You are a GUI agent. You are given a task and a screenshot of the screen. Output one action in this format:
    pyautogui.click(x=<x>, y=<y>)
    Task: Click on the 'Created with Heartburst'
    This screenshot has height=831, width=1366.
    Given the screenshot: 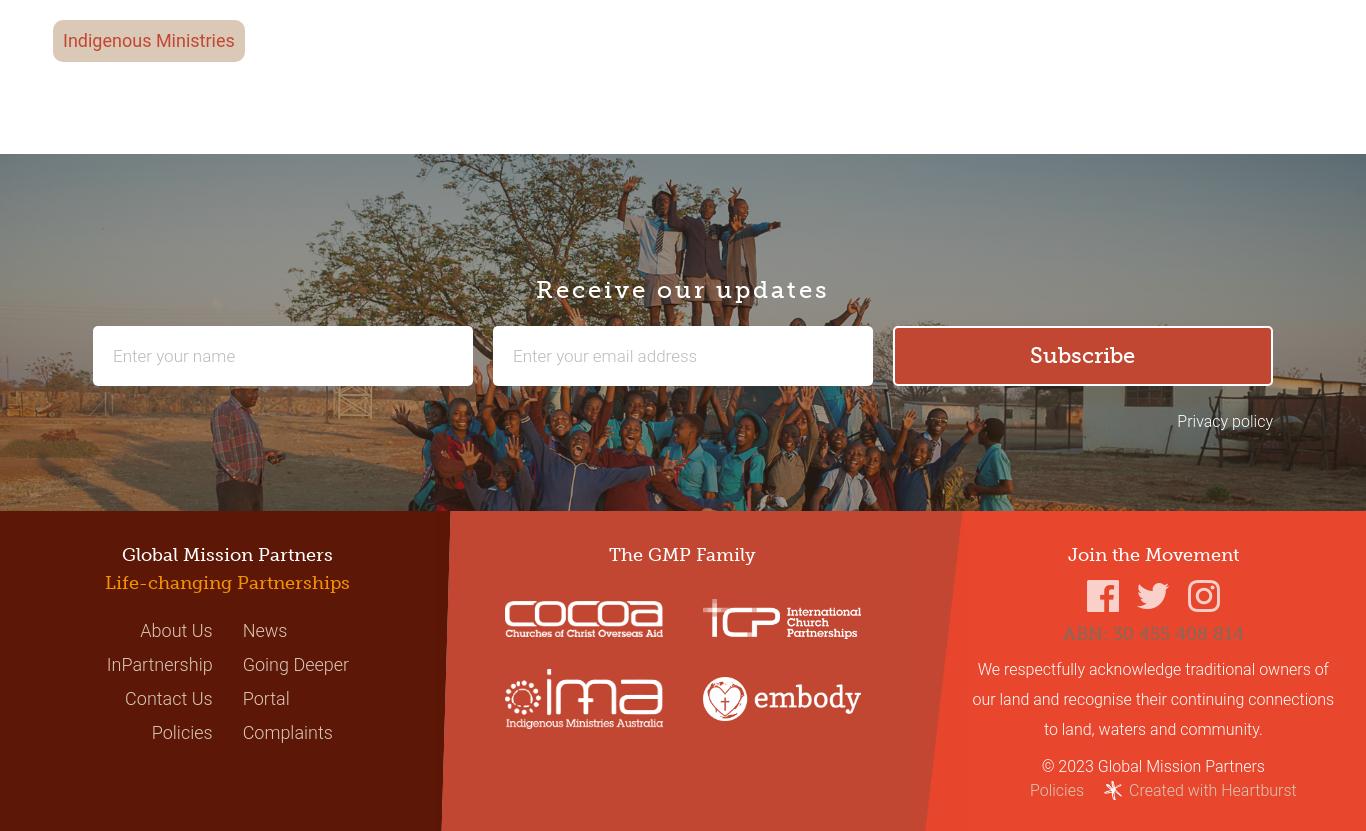 What is the action you would take?
    pyautogui.click(x=1212, y=789)
    